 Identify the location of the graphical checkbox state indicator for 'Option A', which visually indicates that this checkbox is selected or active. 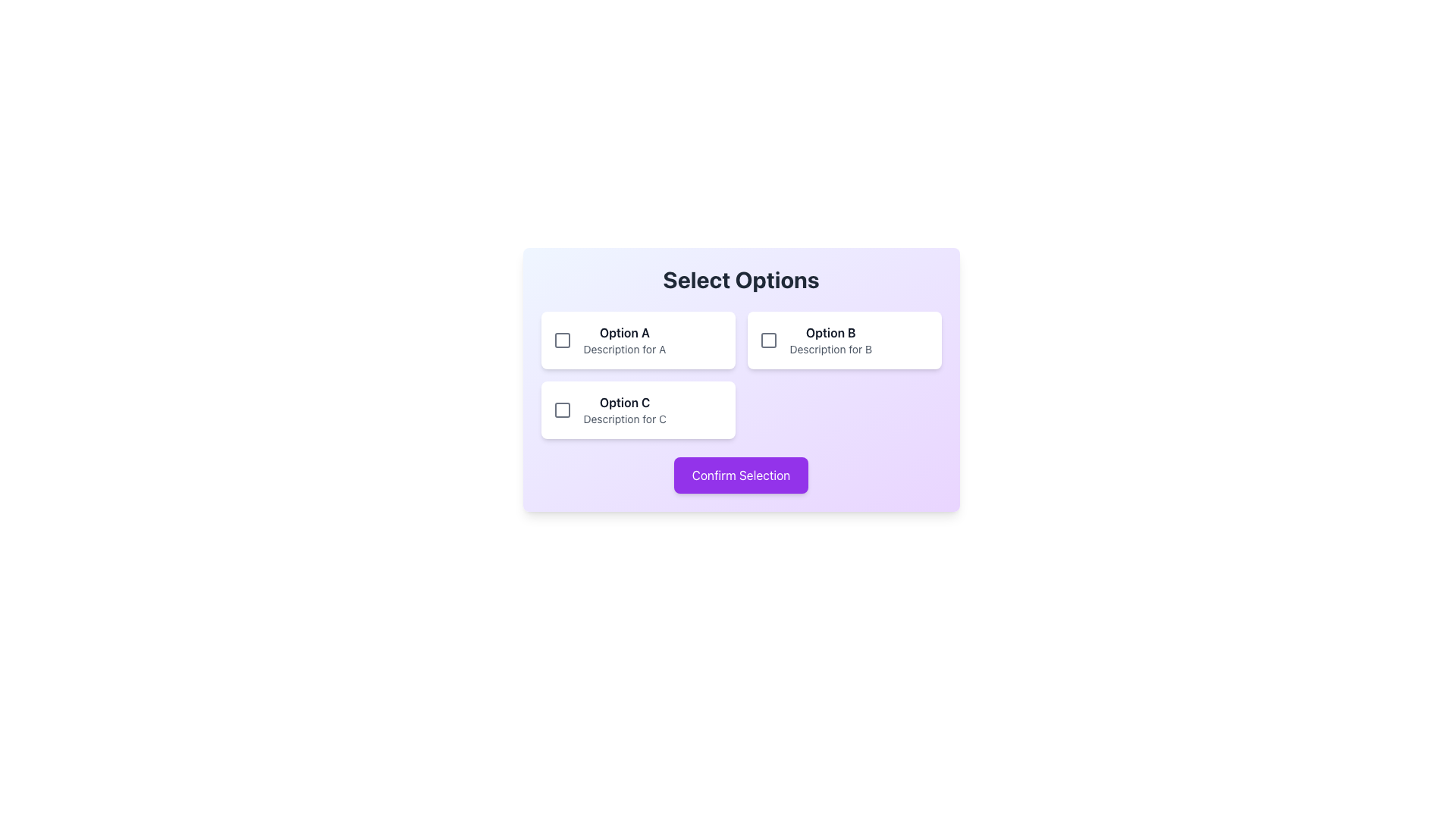
(561, 339).